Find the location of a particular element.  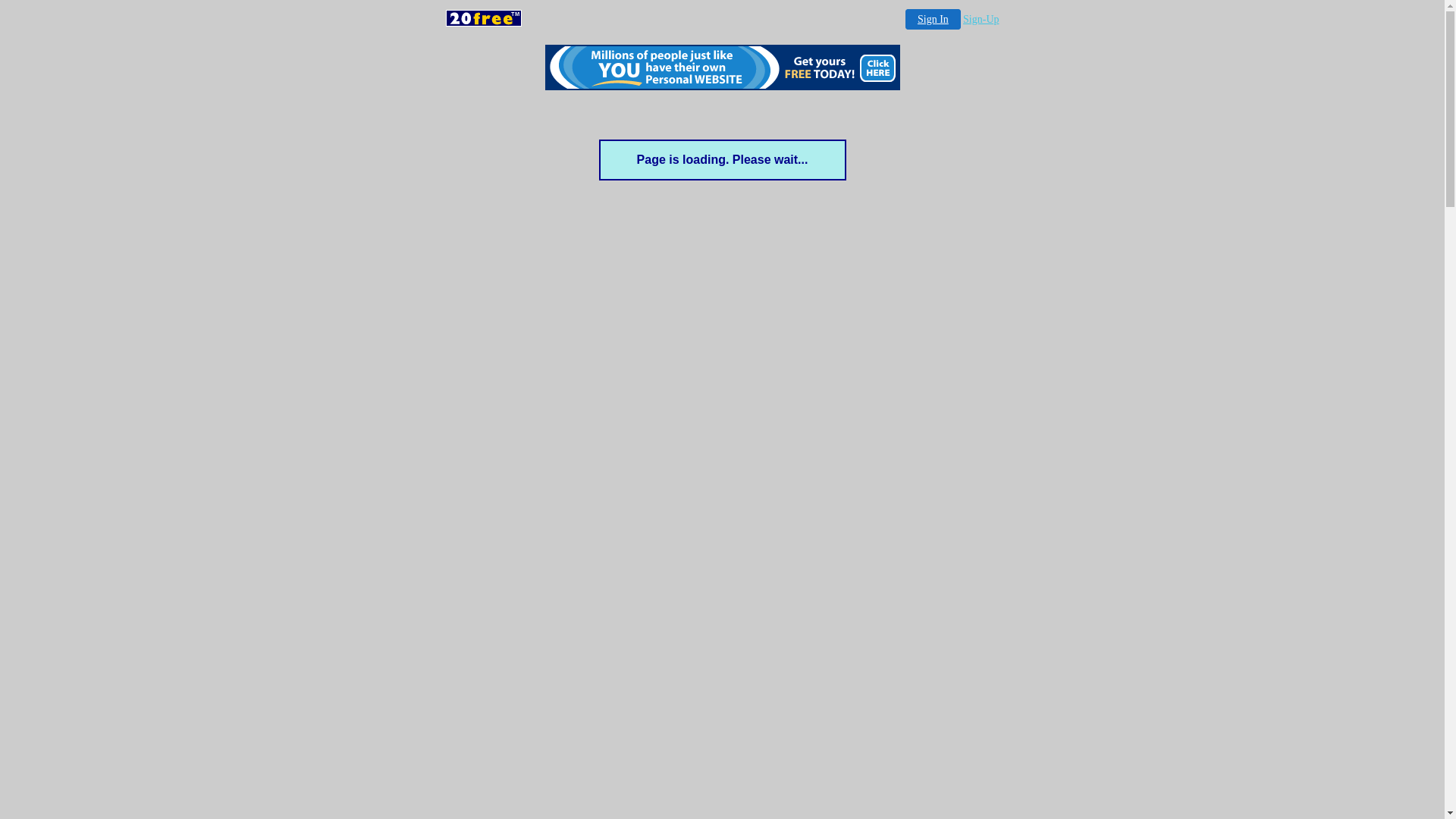

'Sign-Up' is located at coordinates (962, 19).